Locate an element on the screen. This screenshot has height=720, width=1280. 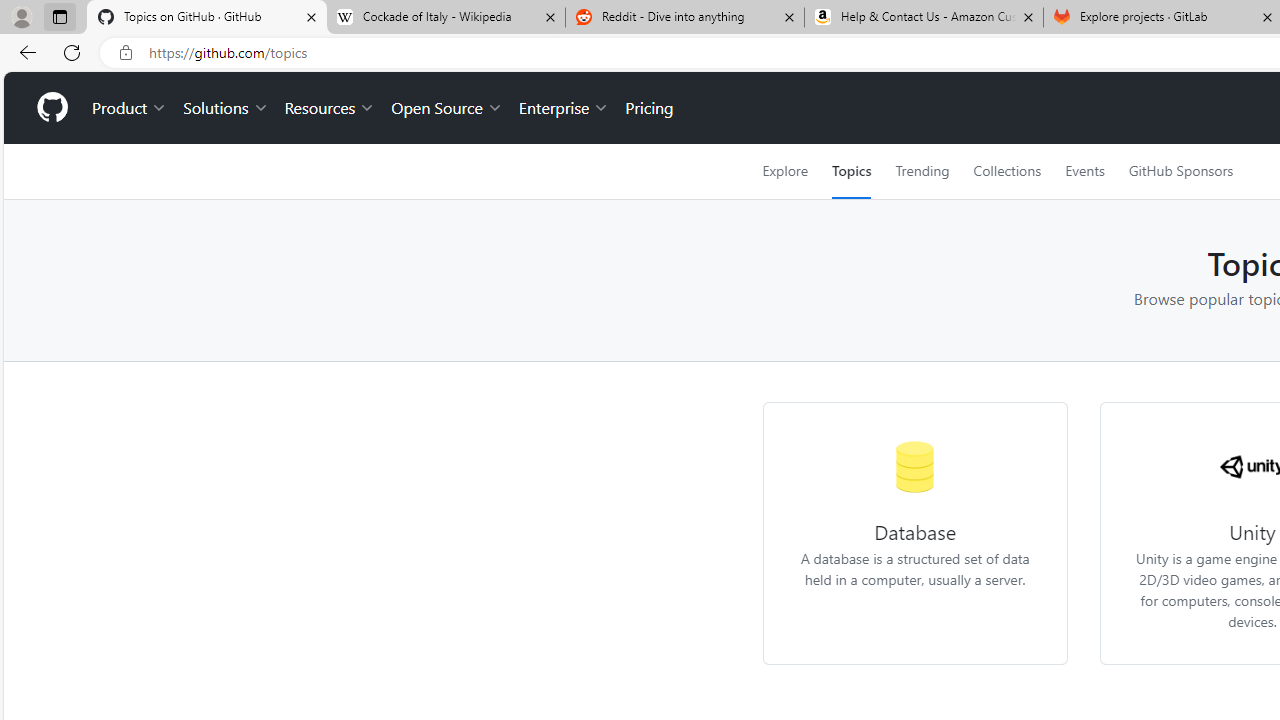
'Trending' is located at coordinates (921, 170).